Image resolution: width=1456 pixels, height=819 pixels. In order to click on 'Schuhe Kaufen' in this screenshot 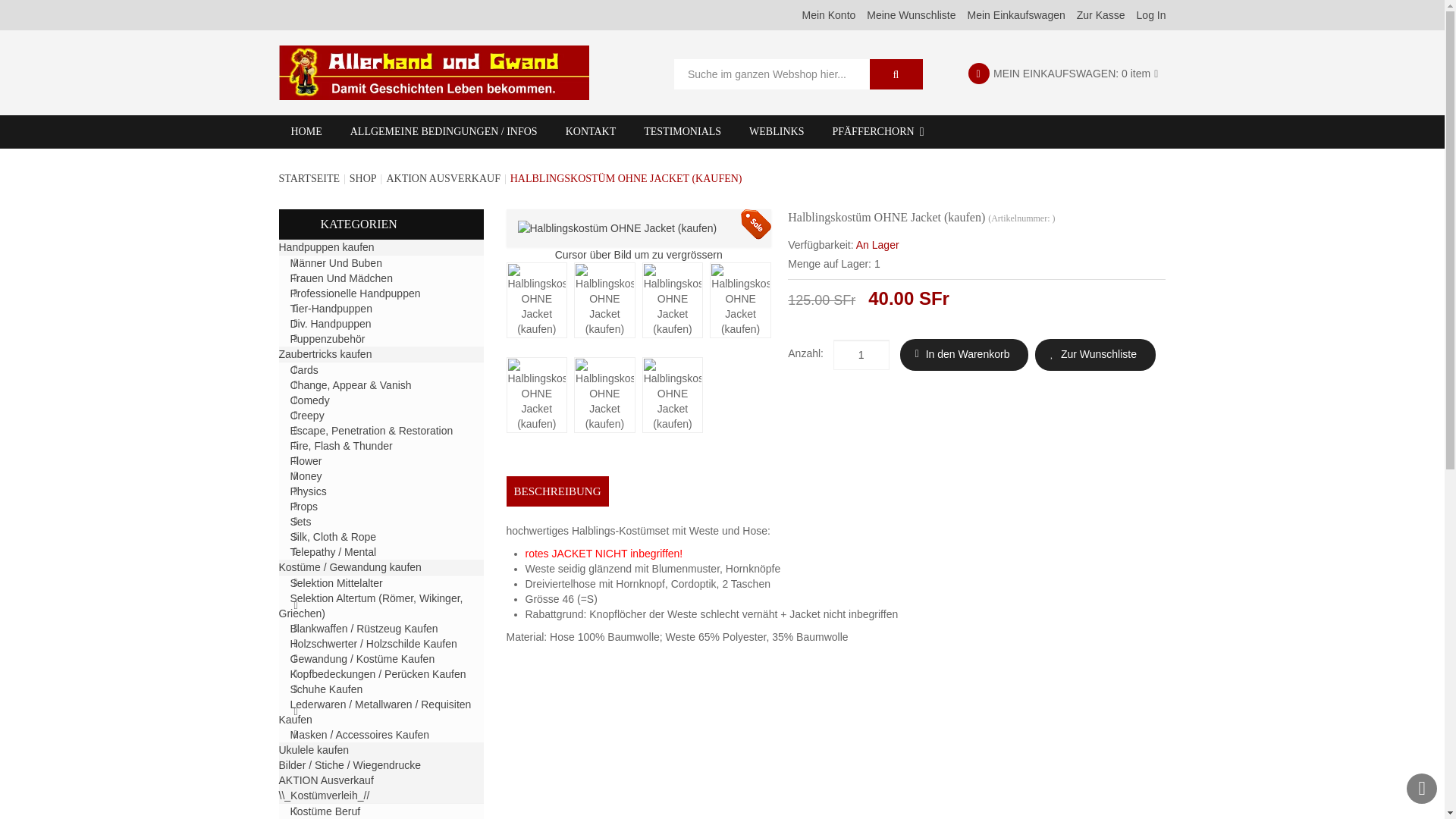, I will do `click(325, 689)`.